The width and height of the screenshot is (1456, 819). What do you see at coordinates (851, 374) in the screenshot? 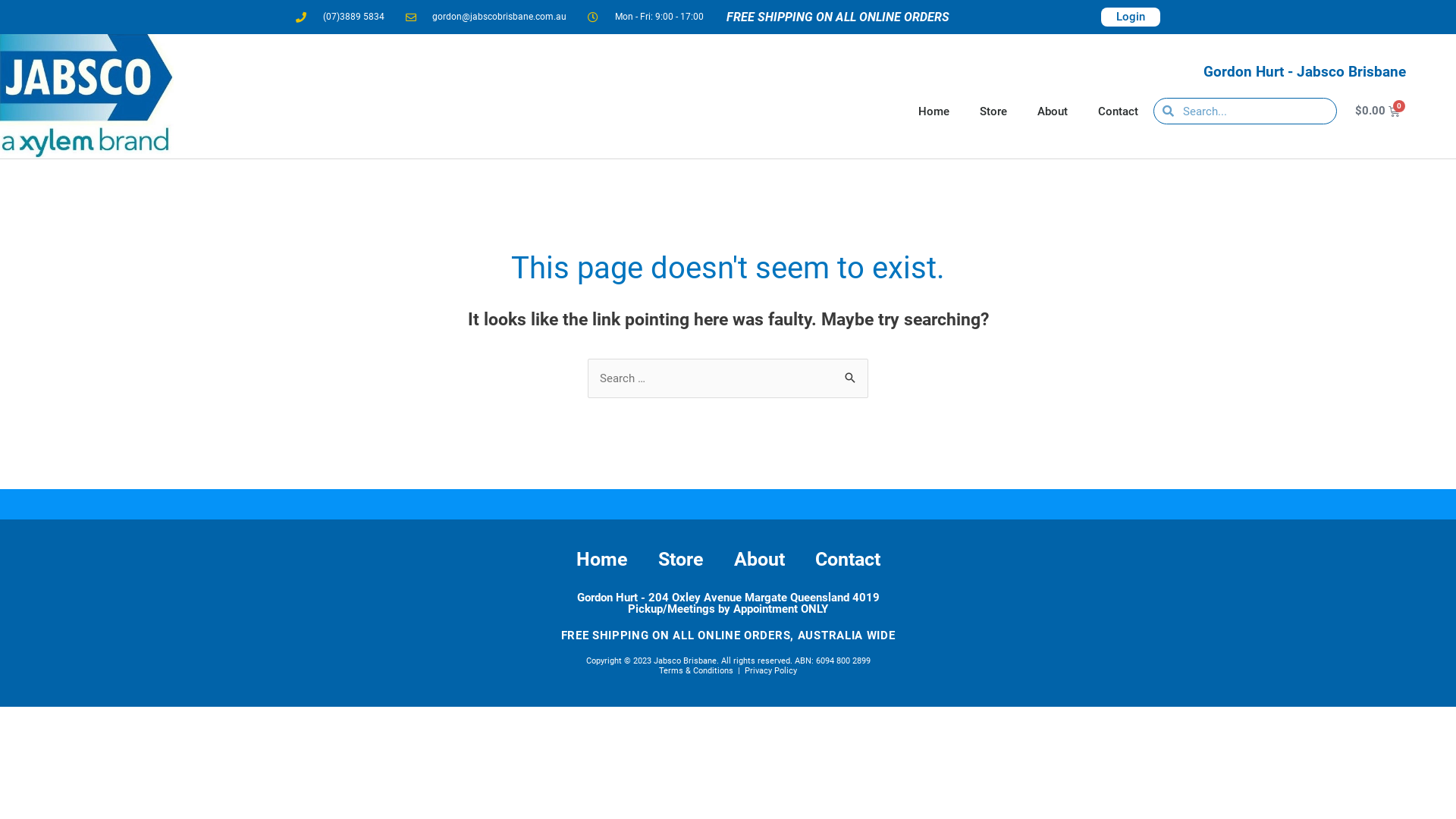
I see `'Search'` at bounding box center [851, 374].